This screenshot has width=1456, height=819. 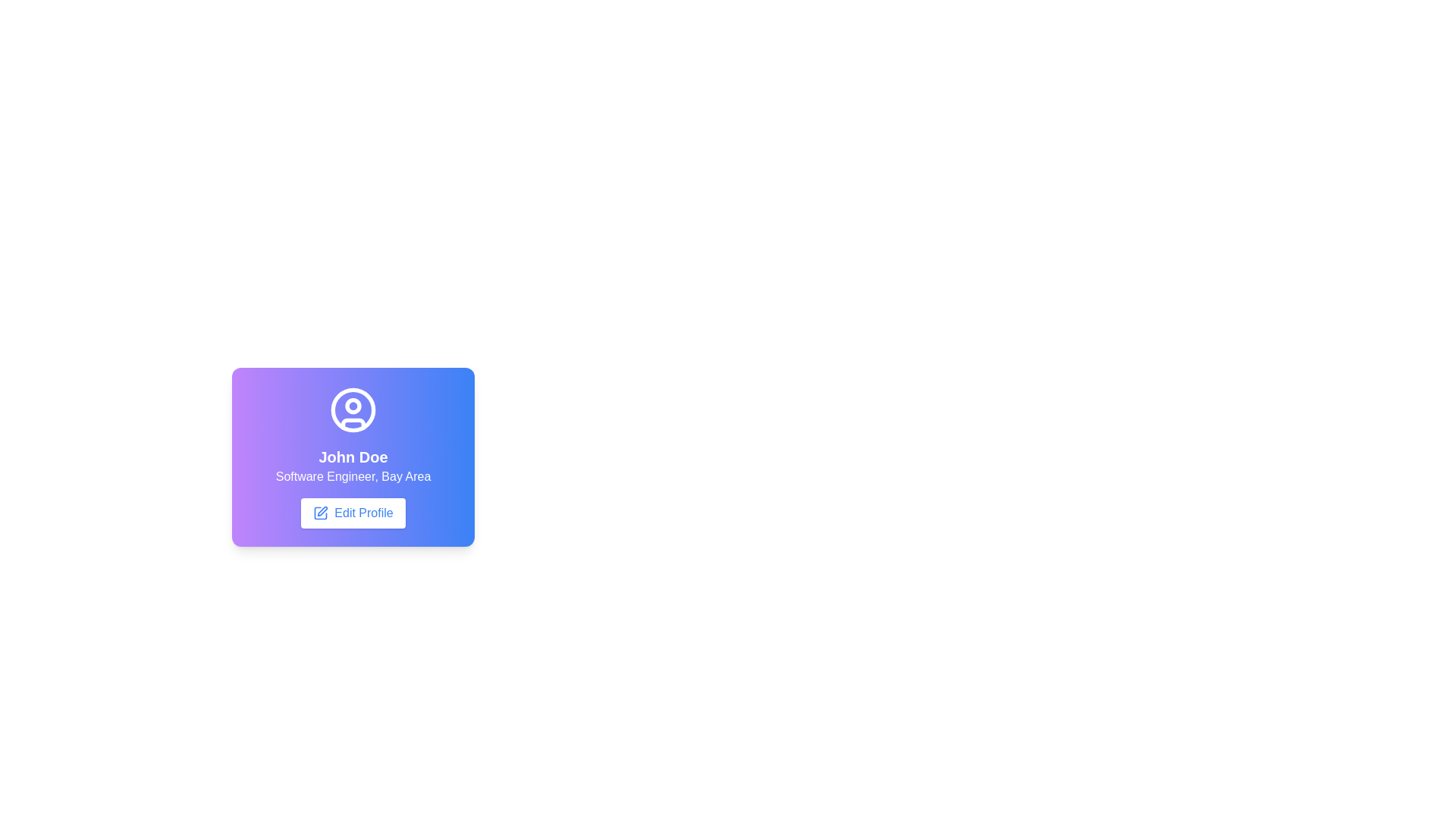 I want to click on the small circular graphic element located within the user profile icon, positioned slightly below the center of the larger circle, so click(x=352, y=405).